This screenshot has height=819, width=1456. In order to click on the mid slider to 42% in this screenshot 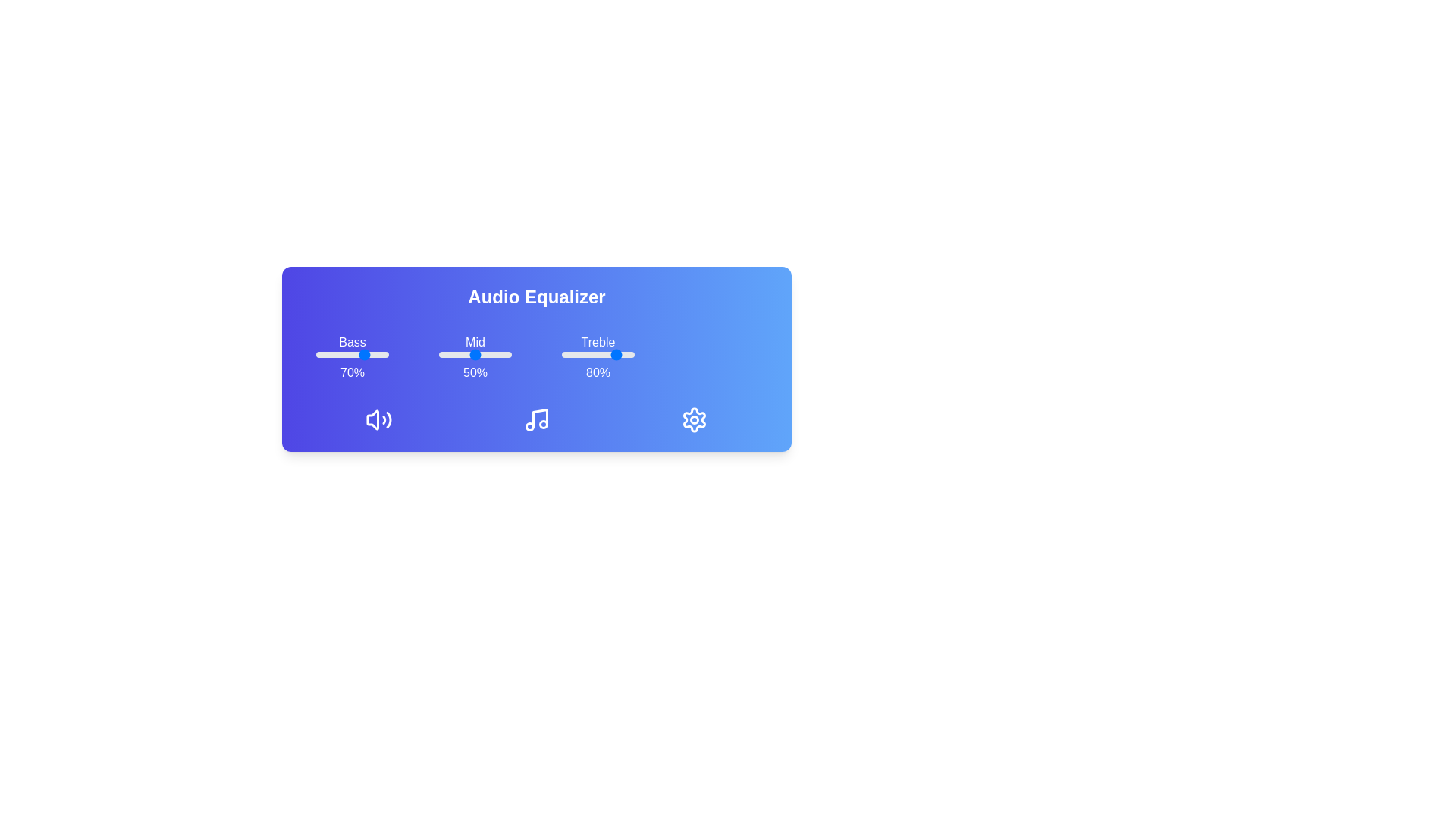, I will do `click(469, 354)`.